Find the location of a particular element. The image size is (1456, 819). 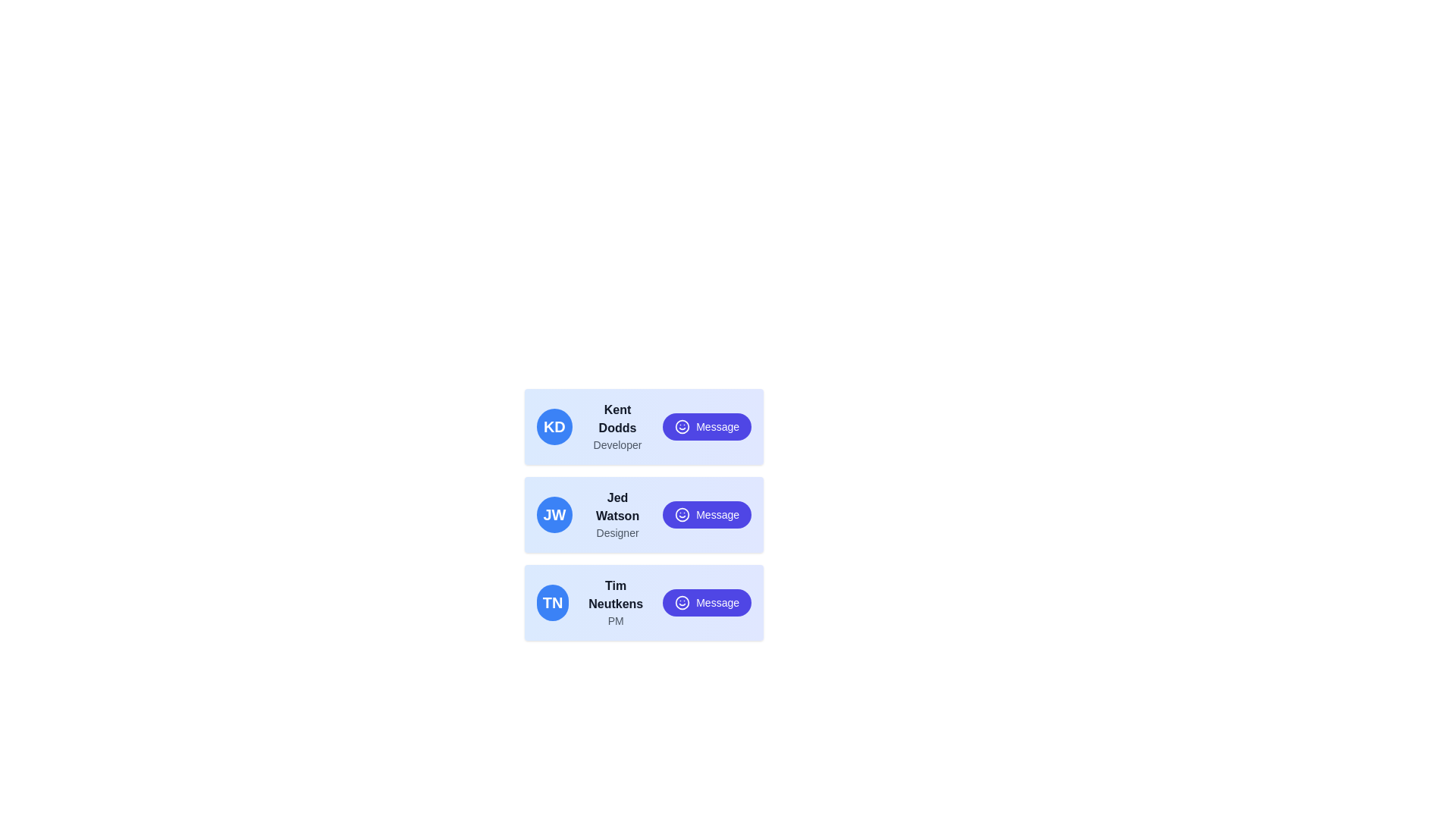

the smiley face icon inside the 'Message' button for 'Jed Watson - Designer', which is positioned to the left of the text 'Message' is located at coordinates (682, 513).